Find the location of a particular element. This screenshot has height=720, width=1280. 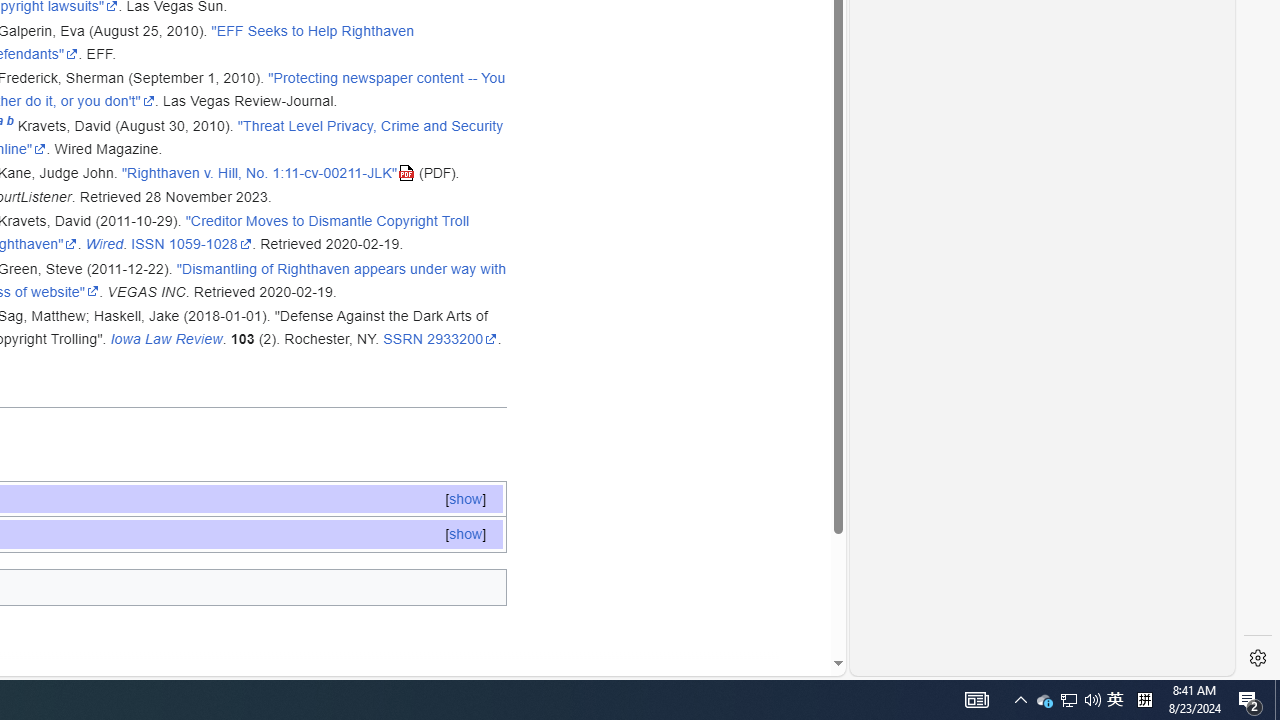

'b' is located at coordinates (10, 125).